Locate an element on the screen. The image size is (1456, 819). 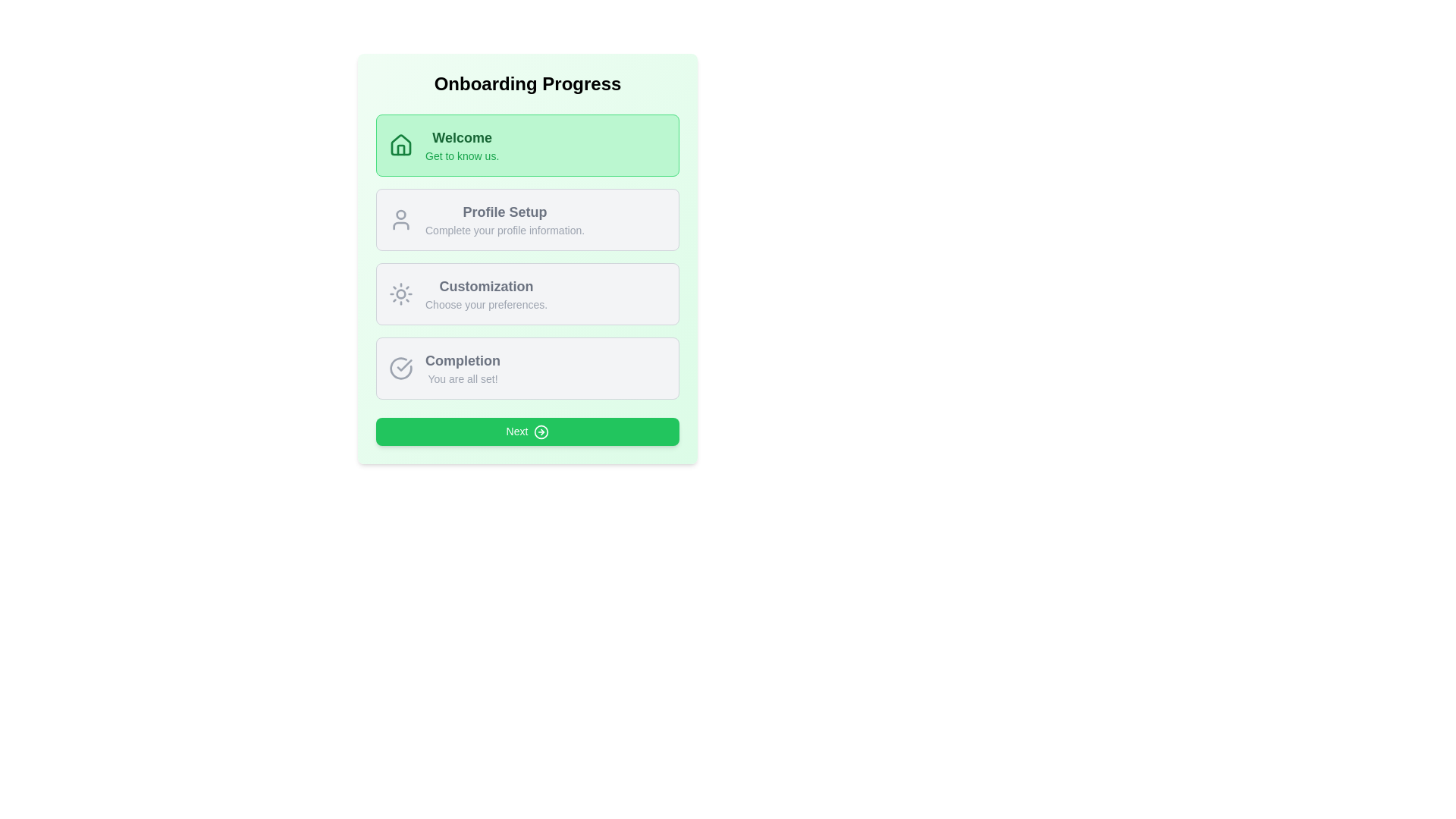
the Text label serving as a title or header for the initial step of the onboarding process, which provides a welcoming message and is positioned adjacent to a home icon is located at coordinates (461, 137).